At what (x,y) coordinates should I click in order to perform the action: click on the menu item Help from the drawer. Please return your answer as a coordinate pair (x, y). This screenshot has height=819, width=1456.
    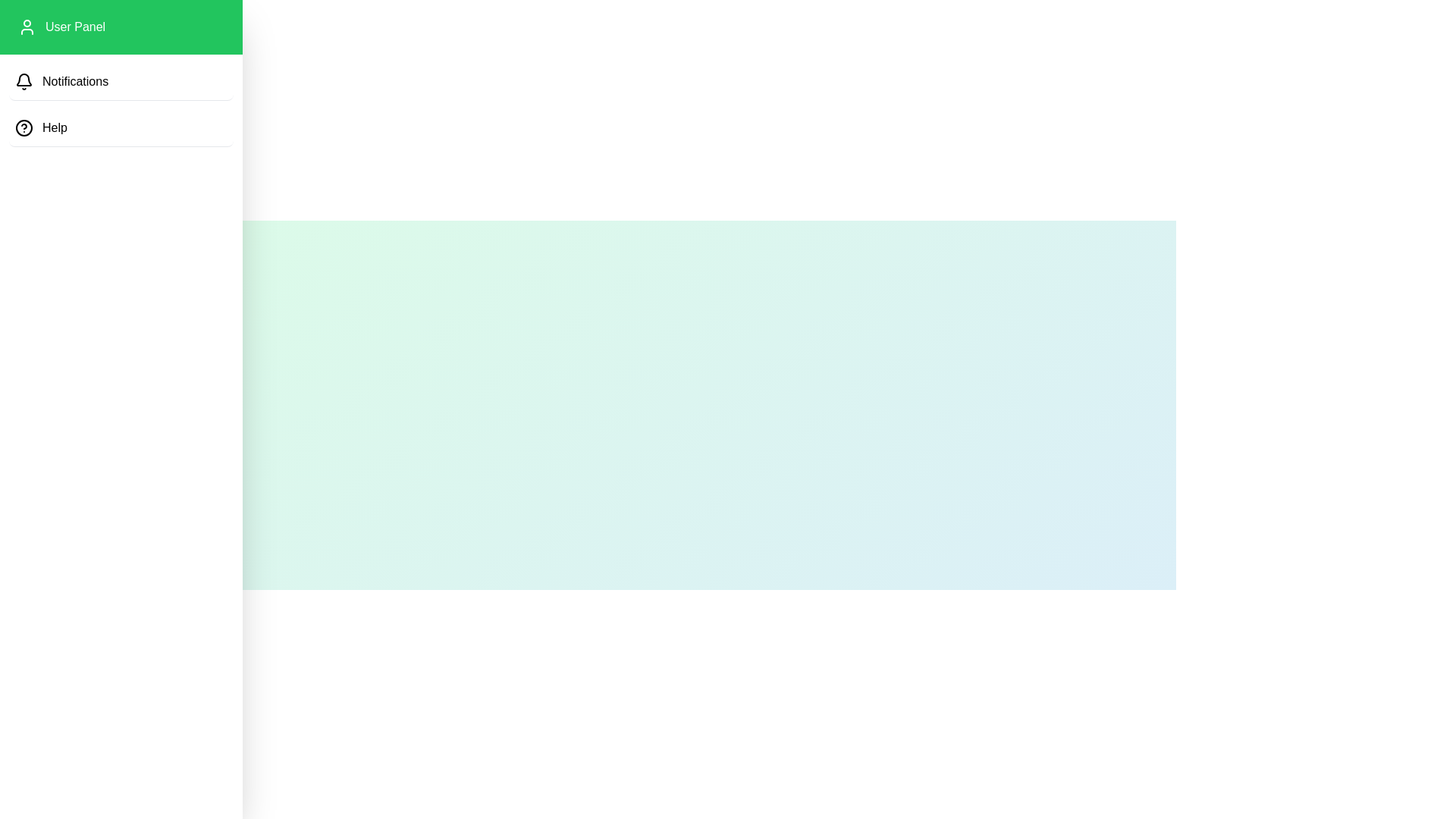
    Looking at the image, I should click on (120, 127).